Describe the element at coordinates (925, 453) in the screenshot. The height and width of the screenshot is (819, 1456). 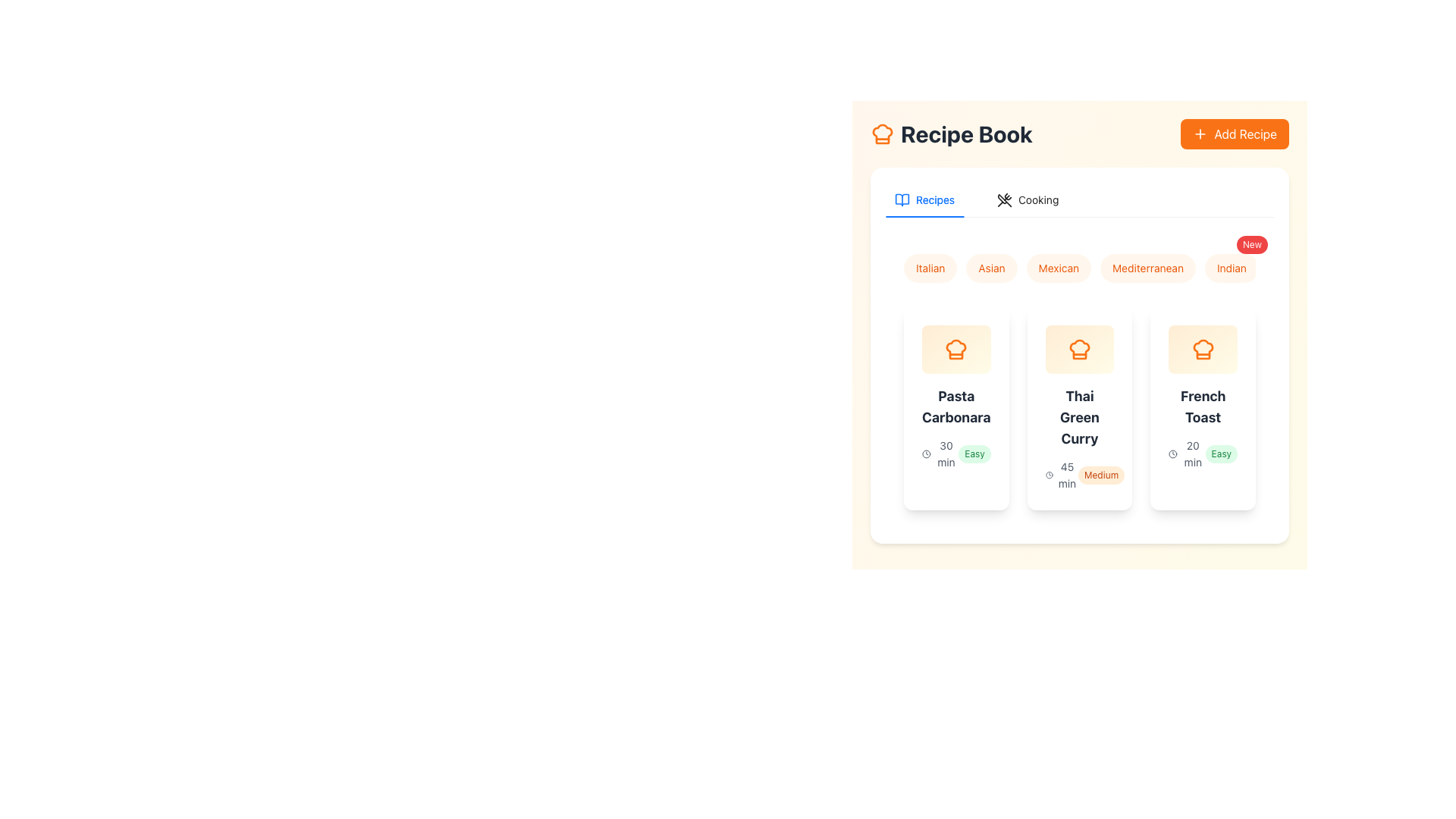
I see `the small clock-shaped icon with a minimalist design located to the left of the text '30 min' in the recipe card for 'Pasta Carbonara'` at that location.